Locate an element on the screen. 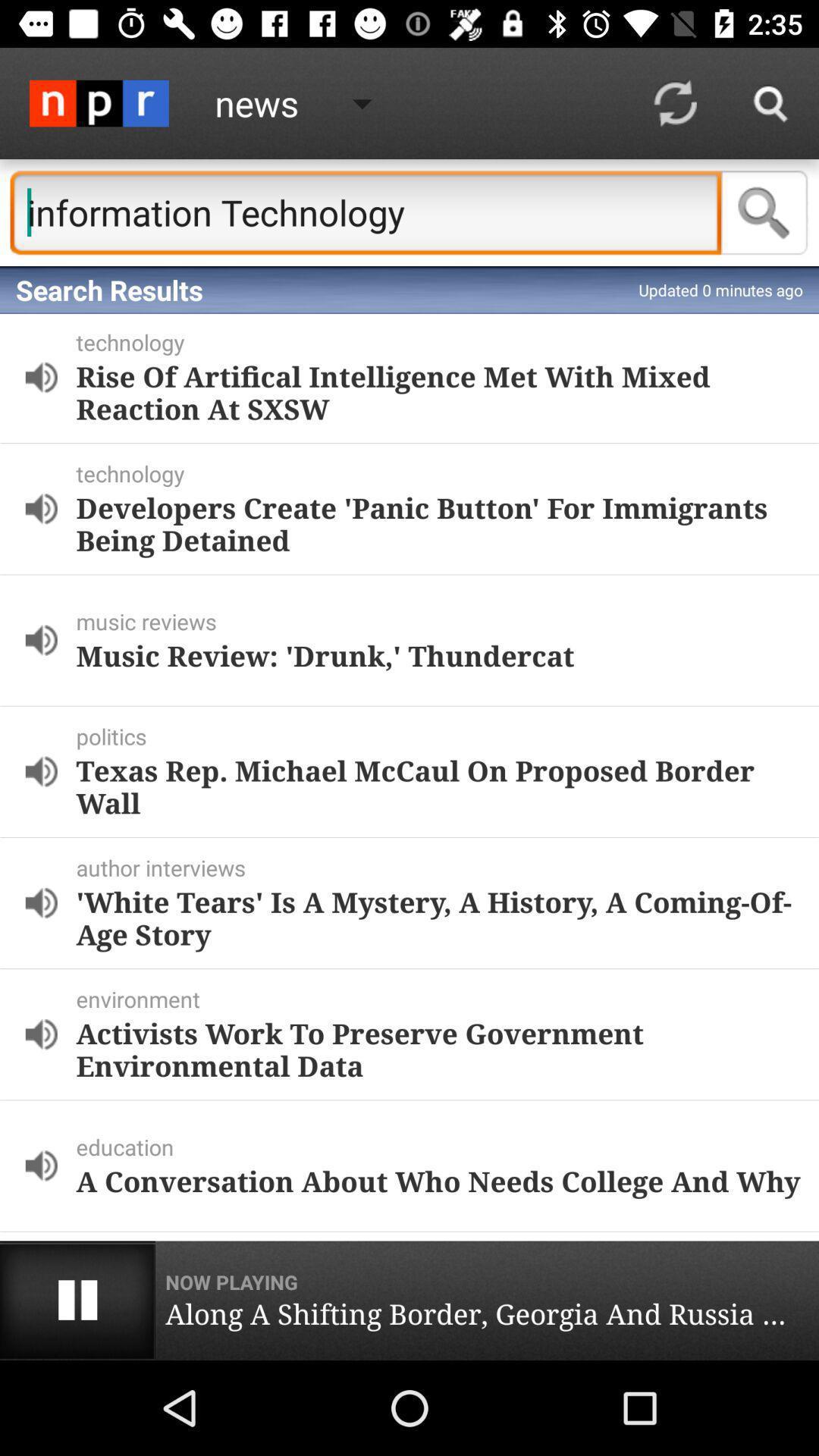 This screenshot has width=819, height=1456. item below the texas rep michael item is located at coordinates (444, 868).